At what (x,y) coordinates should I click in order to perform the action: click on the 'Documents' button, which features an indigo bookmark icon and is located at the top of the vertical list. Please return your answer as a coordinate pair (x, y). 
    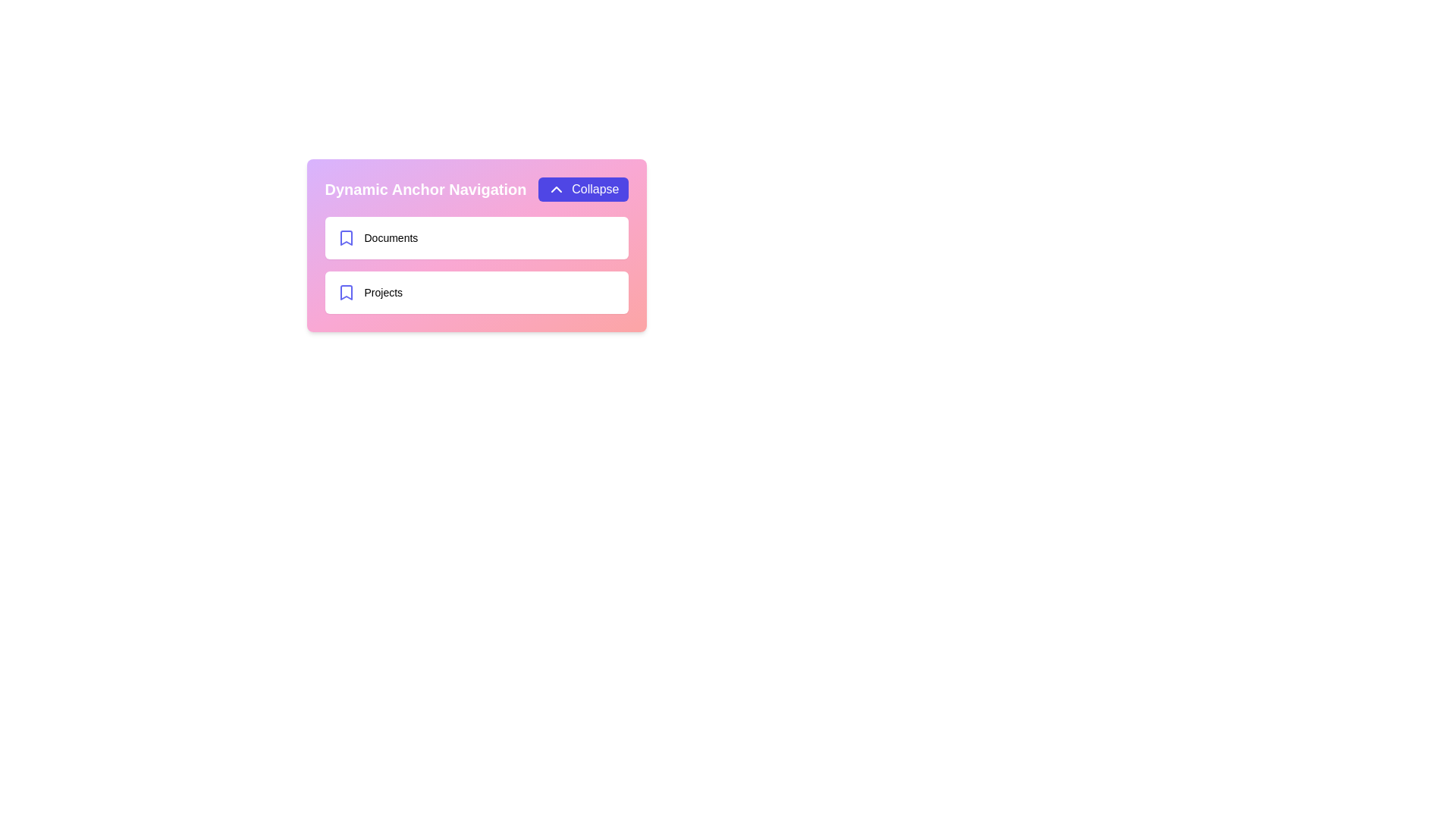
    Looking at the image, I should click on (377, 237).